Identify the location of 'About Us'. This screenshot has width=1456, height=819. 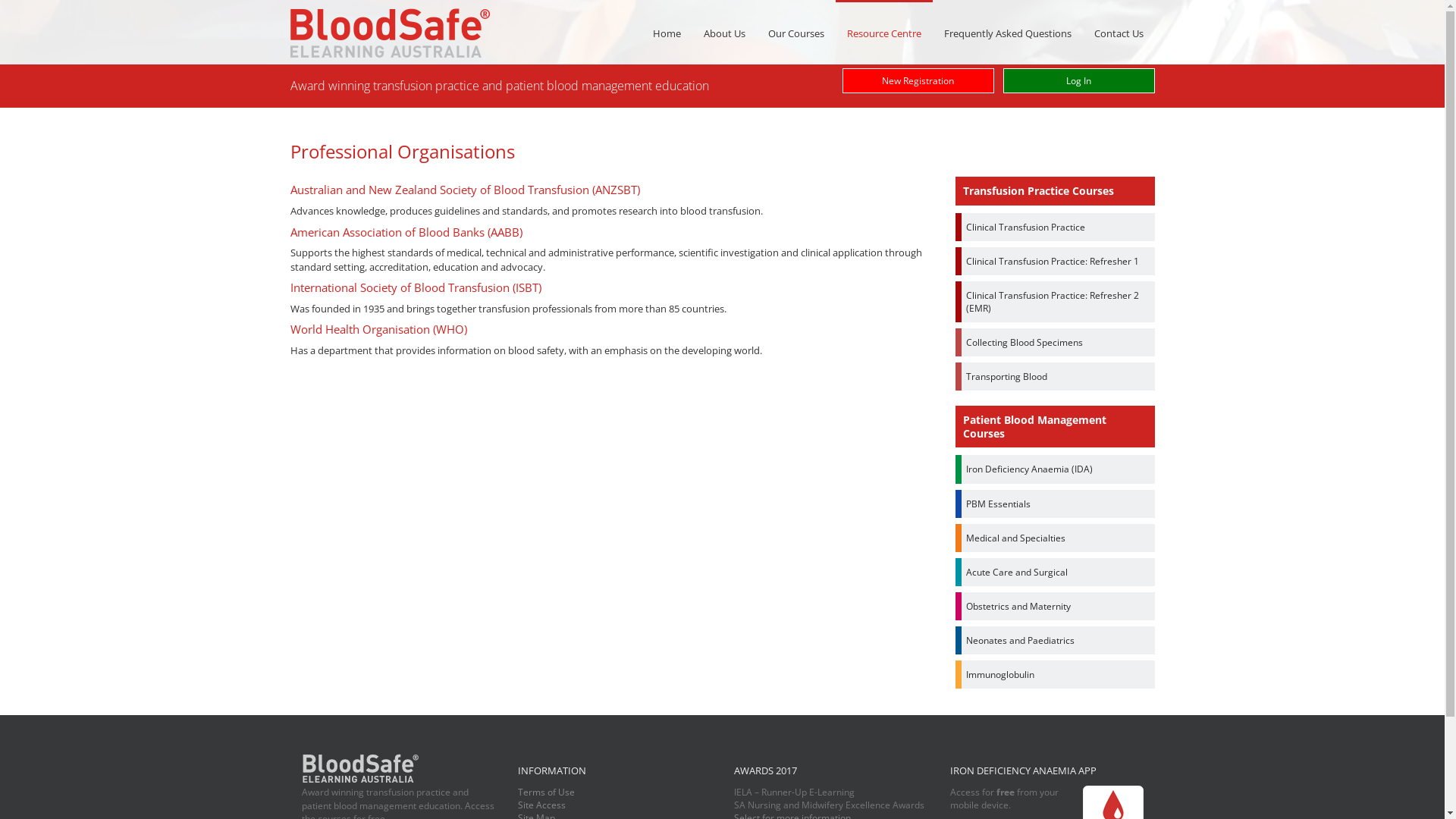
(723, 33).